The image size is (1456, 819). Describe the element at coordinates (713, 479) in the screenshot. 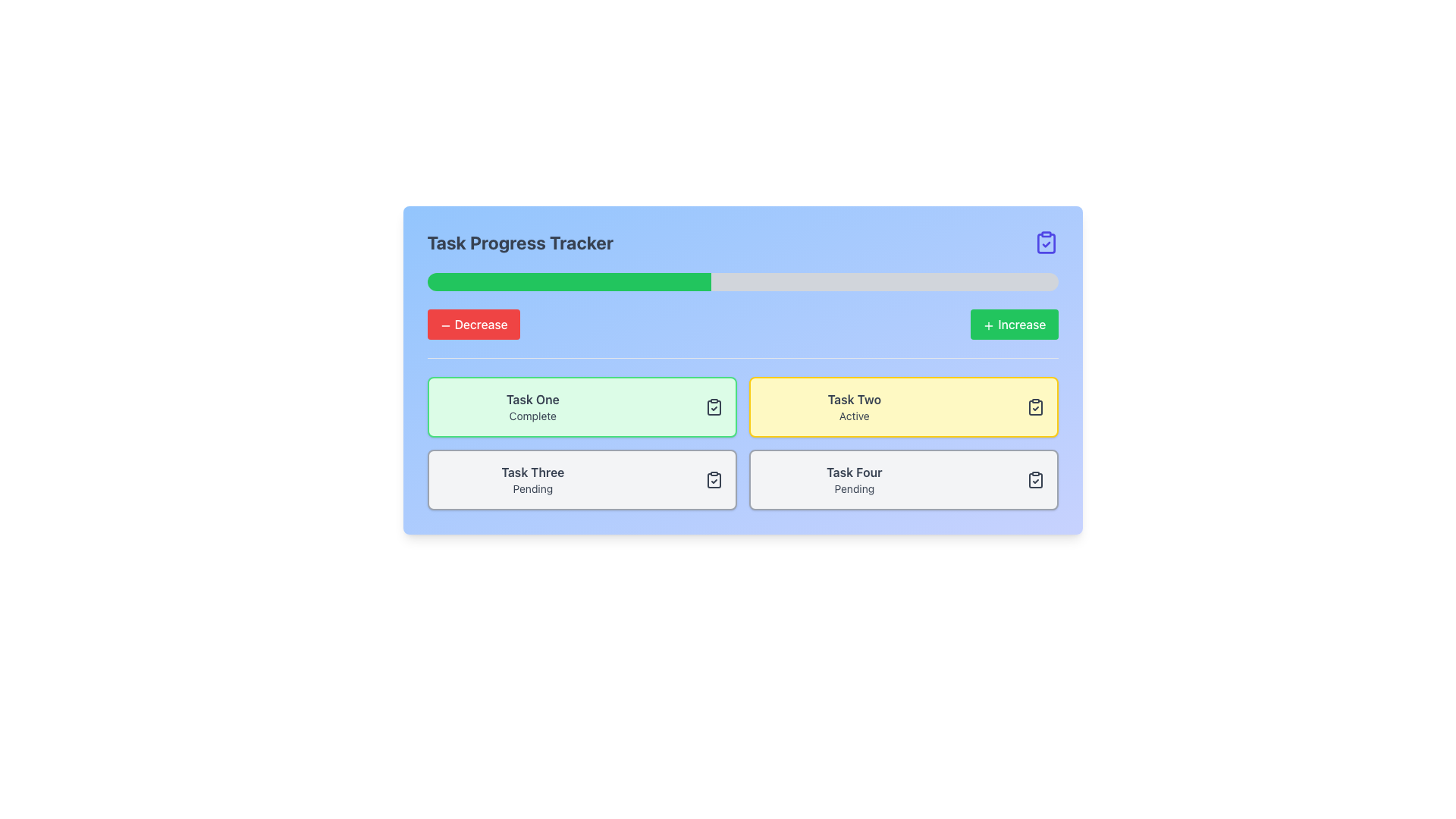

I see `the clipboard icon with a check mark that is gray in color, located at the end of the row for 'Task Three Pending'` at that location.